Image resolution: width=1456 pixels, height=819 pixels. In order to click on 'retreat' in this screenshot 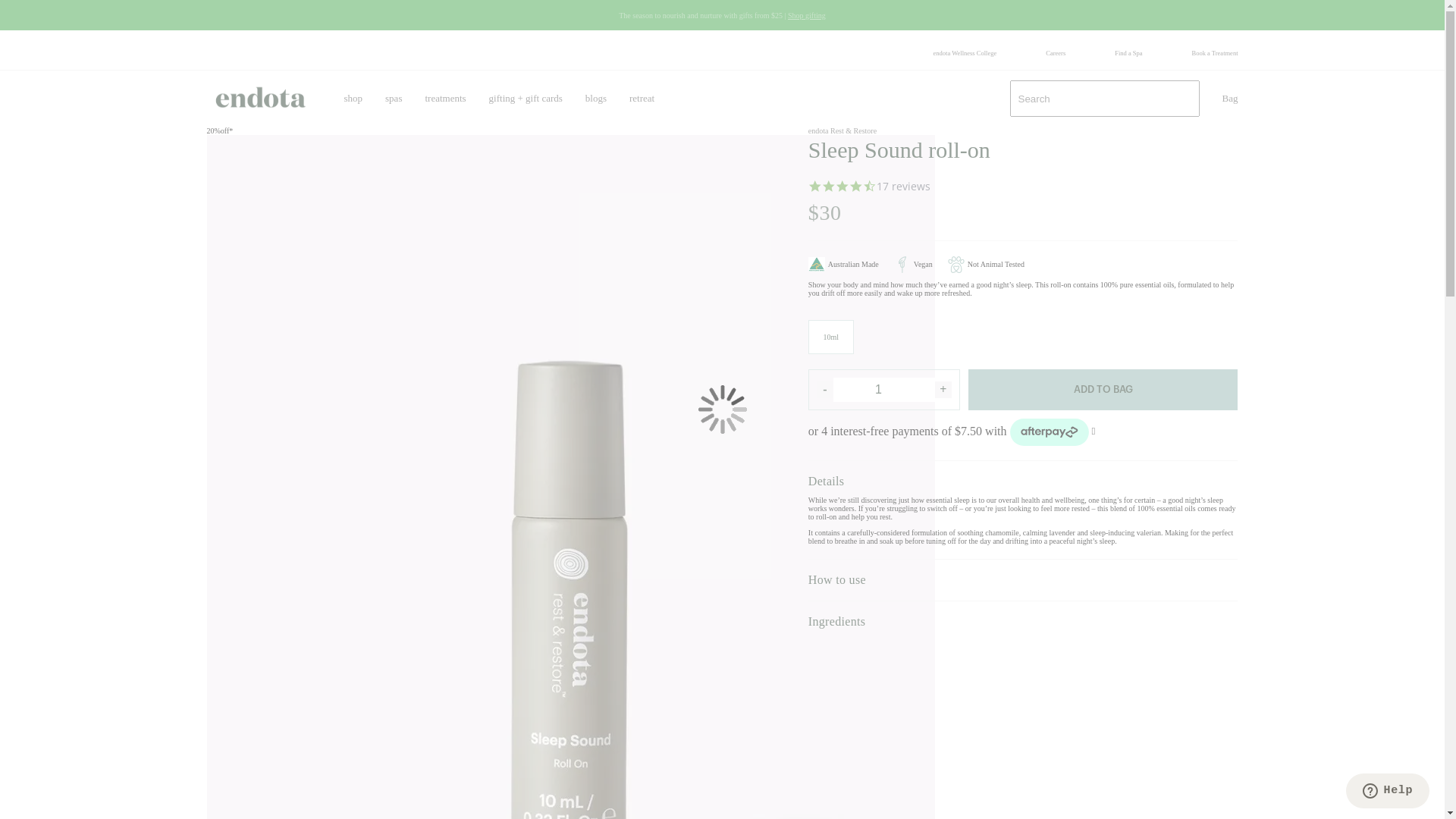, I will do `click(642, 99)`.